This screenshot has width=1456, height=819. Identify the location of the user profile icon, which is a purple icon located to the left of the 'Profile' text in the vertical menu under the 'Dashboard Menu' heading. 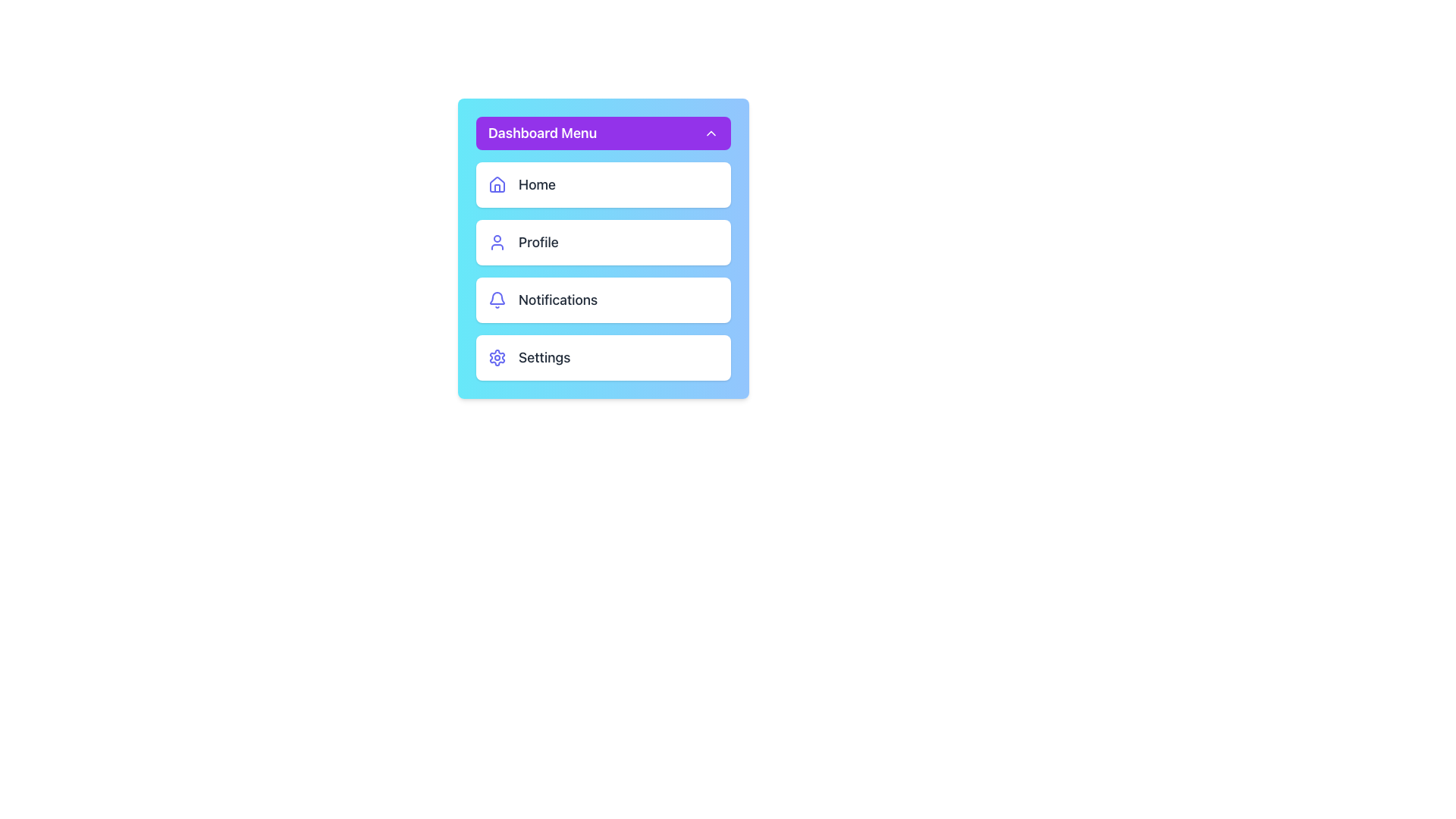
(497, 242).